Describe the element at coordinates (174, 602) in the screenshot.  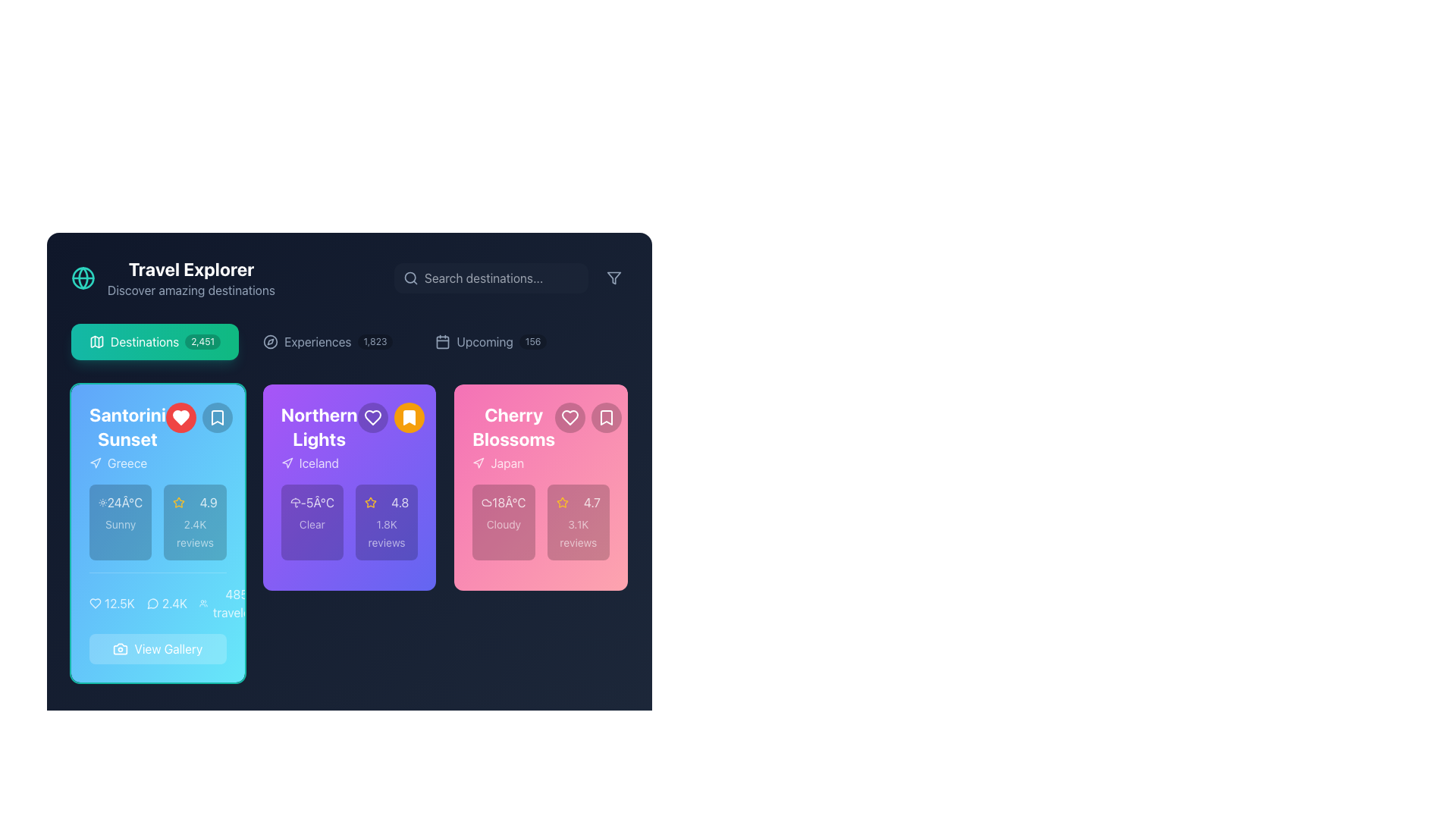
I see `the text label displaying the number of reviews for the 'Santorini Sunset' destination` at that location.